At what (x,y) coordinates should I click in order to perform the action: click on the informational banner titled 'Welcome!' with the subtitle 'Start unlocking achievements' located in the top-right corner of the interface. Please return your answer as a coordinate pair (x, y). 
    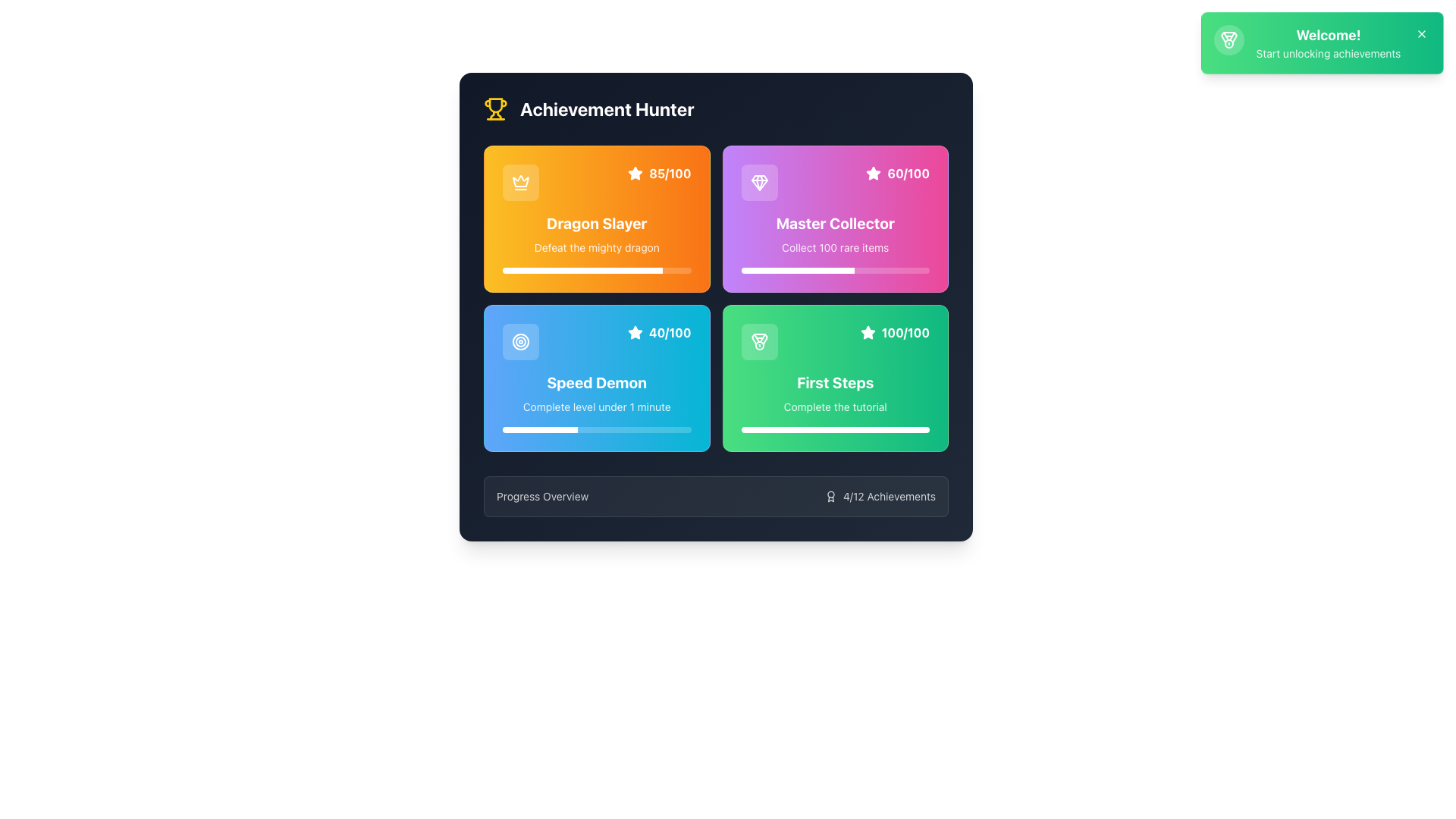
    Looking at the image, I should click on (1321, 42).